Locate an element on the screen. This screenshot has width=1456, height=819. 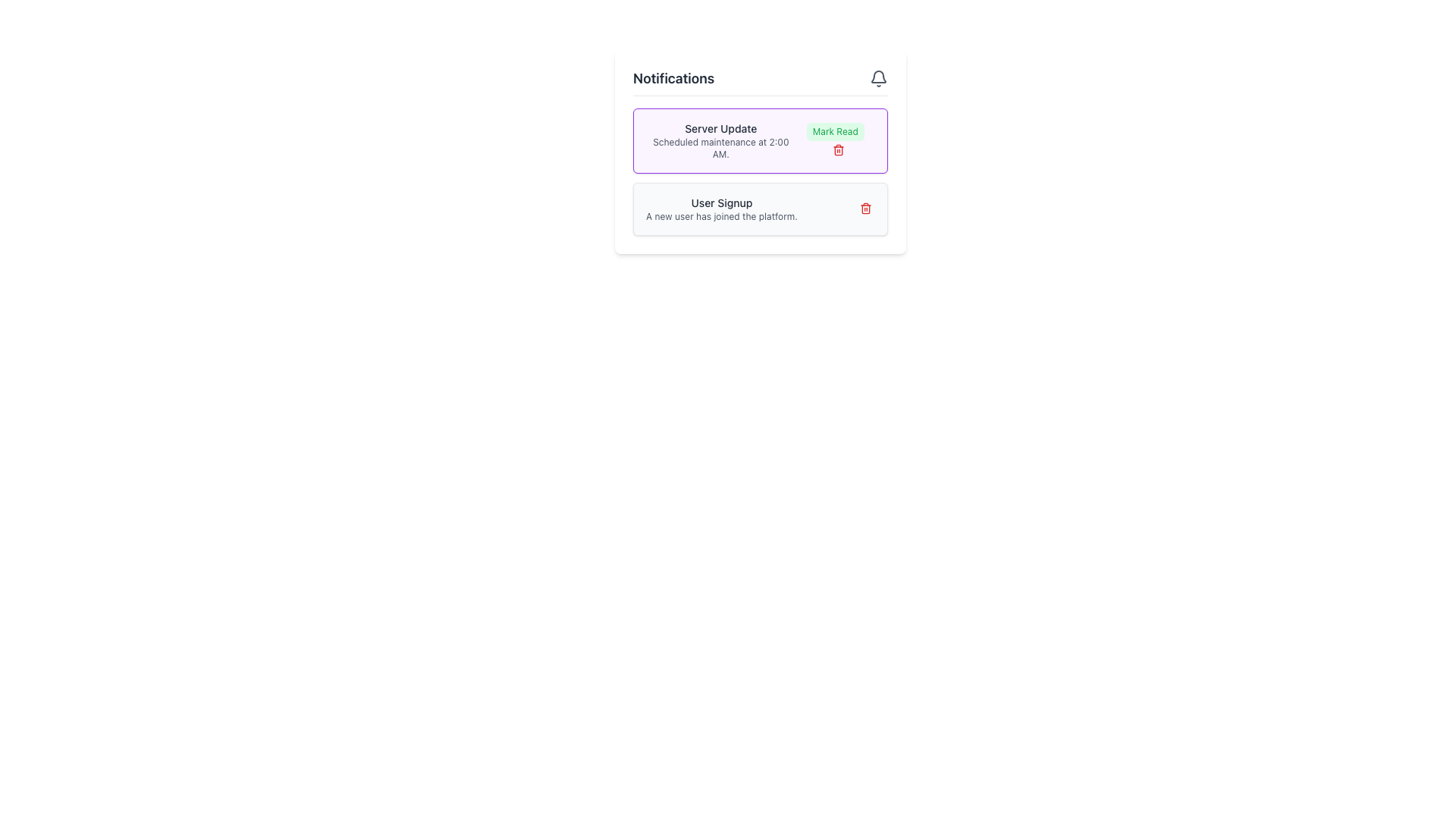
the text element providing additional details about the notification message regarding the scheduled maintenance time, located directly below the 'Server Update' title is located at coordinates (720, 149).